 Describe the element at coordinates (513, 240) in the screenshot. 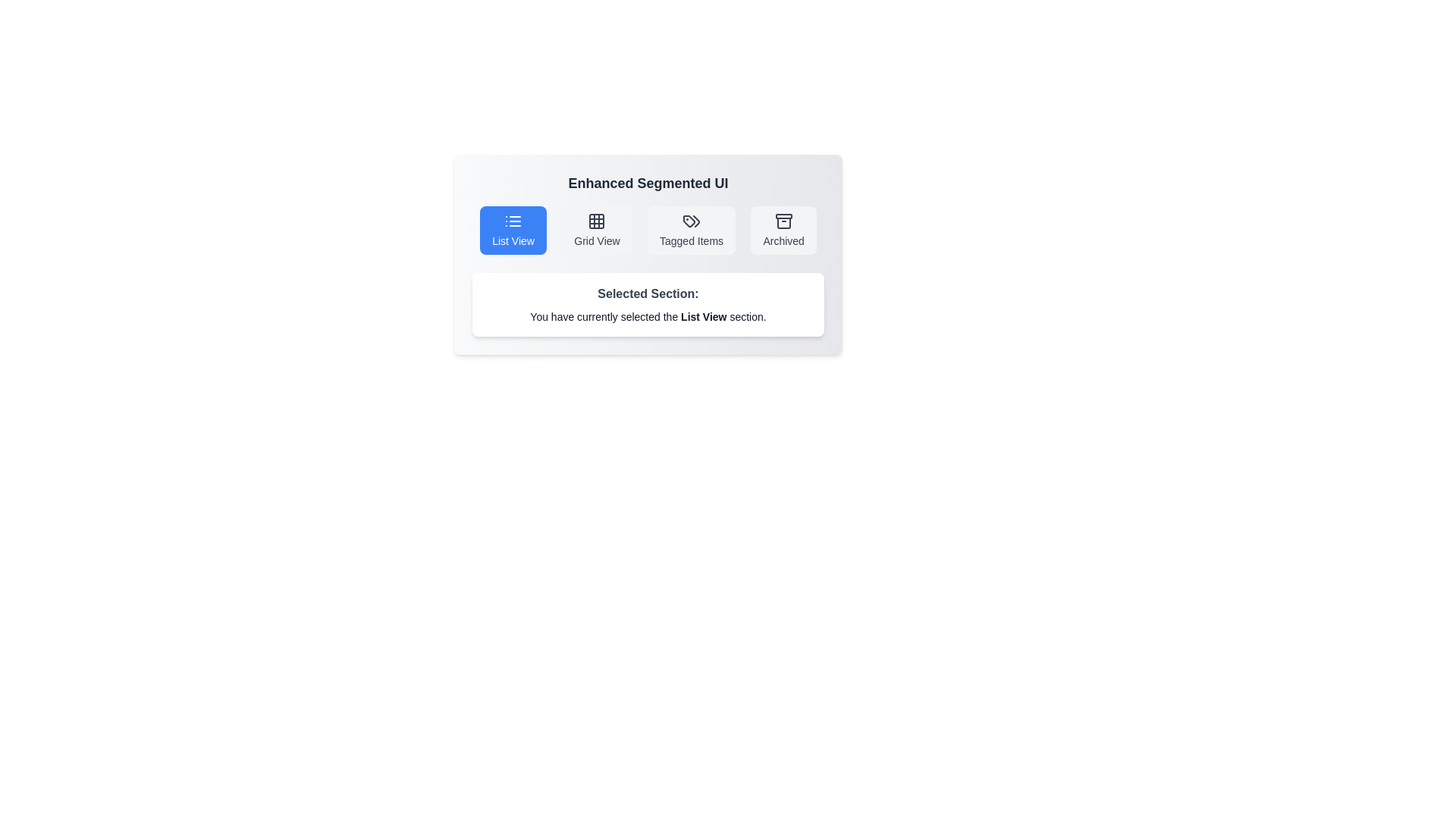

I see `text content of the 'List View' text label which is styled with a smaller font and is part of a blue button located in the segmented UI layout` at that location.